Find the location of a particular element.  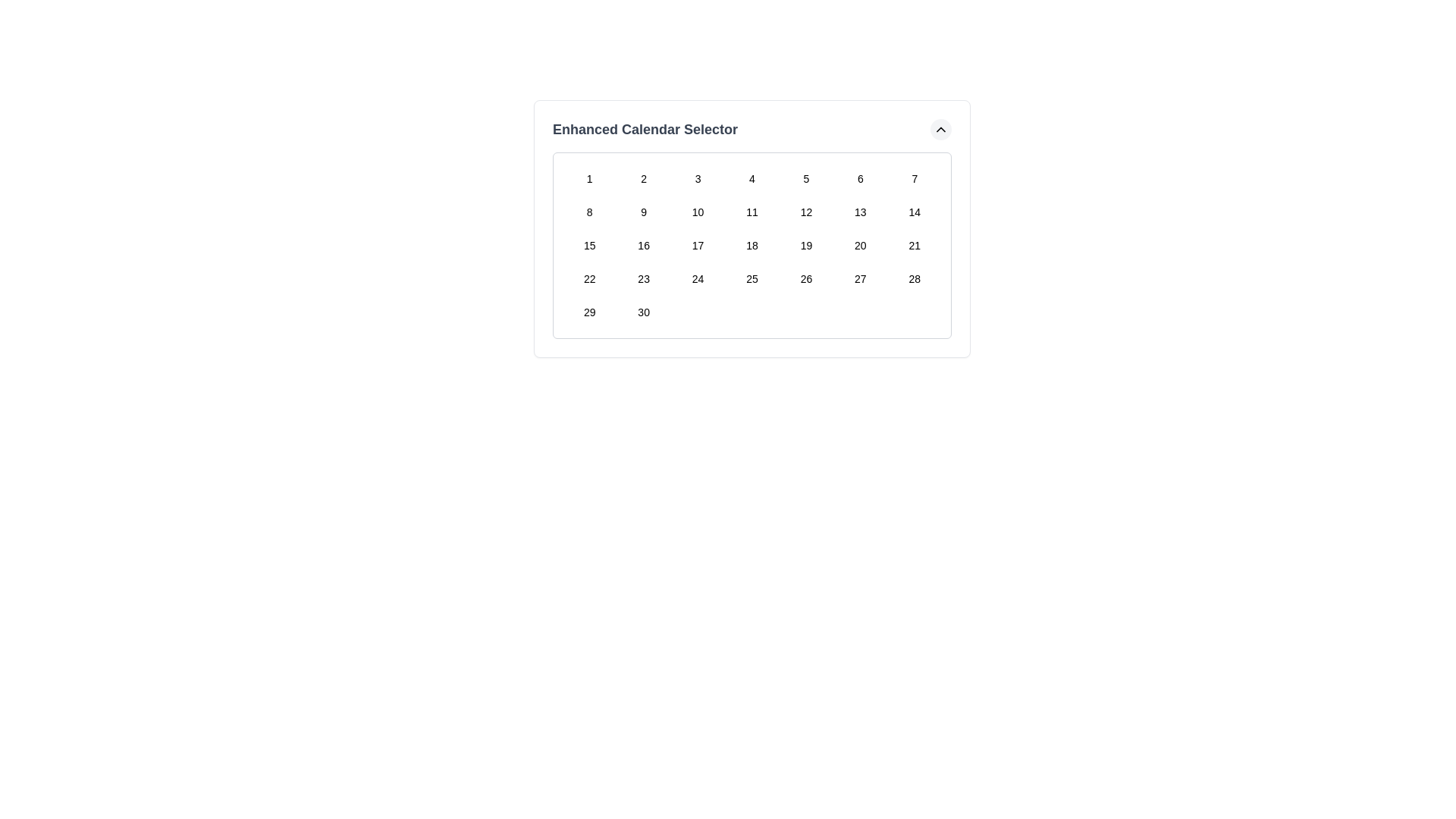

the button displaying the number '27' in the 'Enhanced Calendar Selector' grid is located at coordinates (860, 278).